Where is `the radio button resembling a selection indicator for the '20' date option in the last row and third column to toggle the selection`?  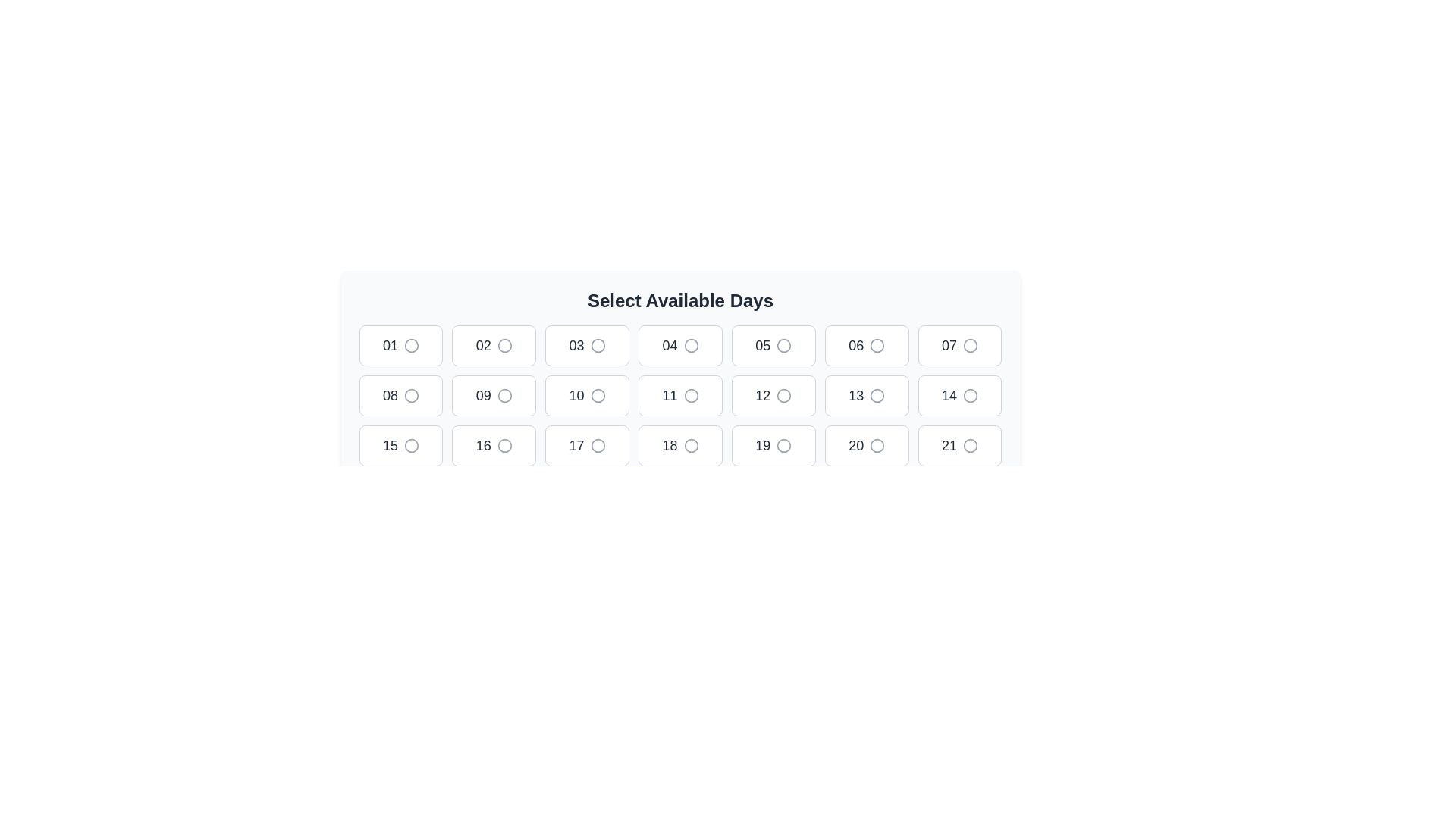
the radio button resembling a selection indicator for the '20' date option in the last row and third column to toggle the selection is located at coordinates (877, 444).